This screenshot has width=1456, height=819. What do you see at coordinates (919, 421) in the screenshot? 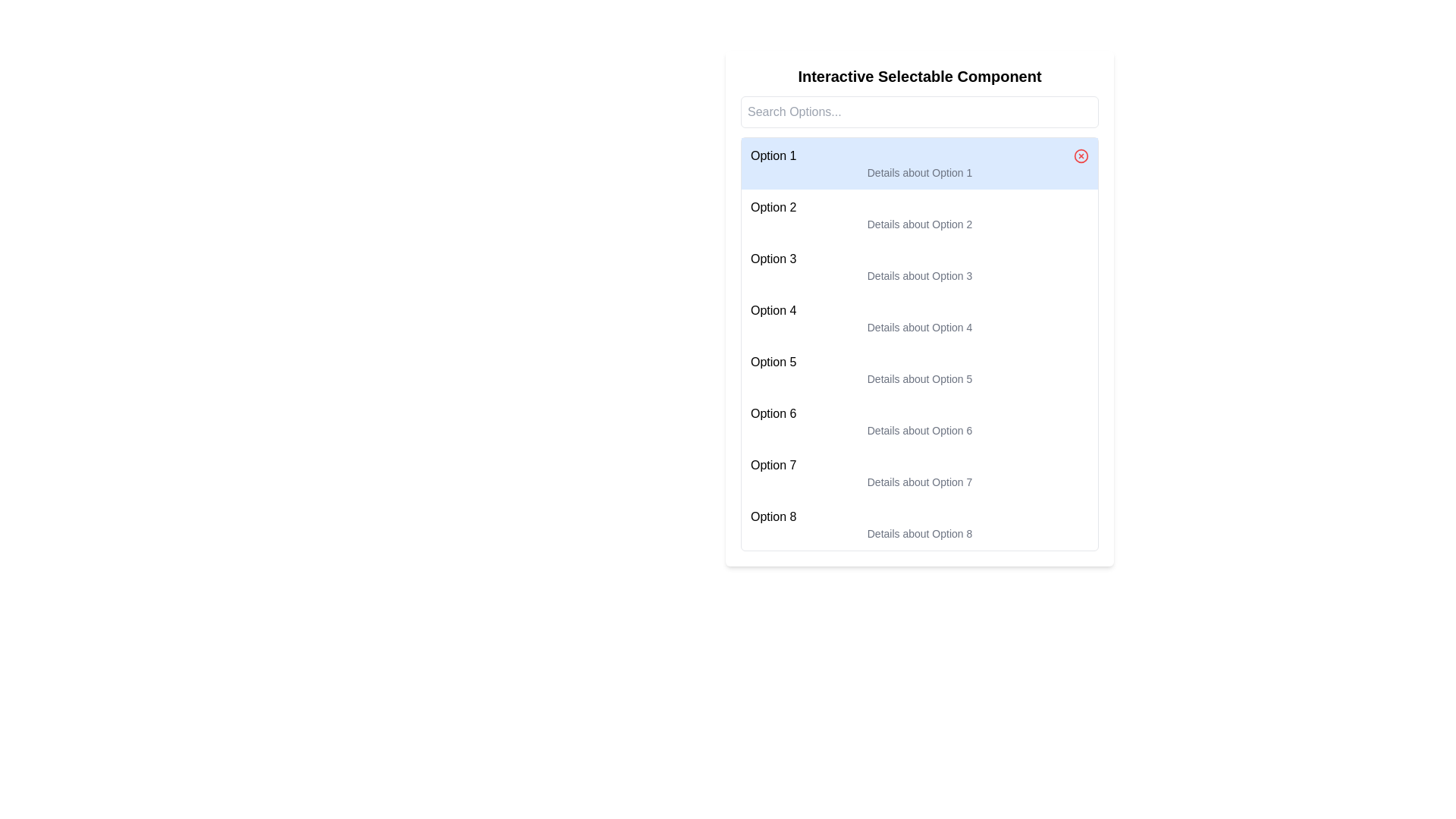
I see `to select the list item displaying 'Option 6' in bold style, located in the middle right portion of the interface, below 'Option 5' and above 'Option 7'` at bounding box center [919, 421].